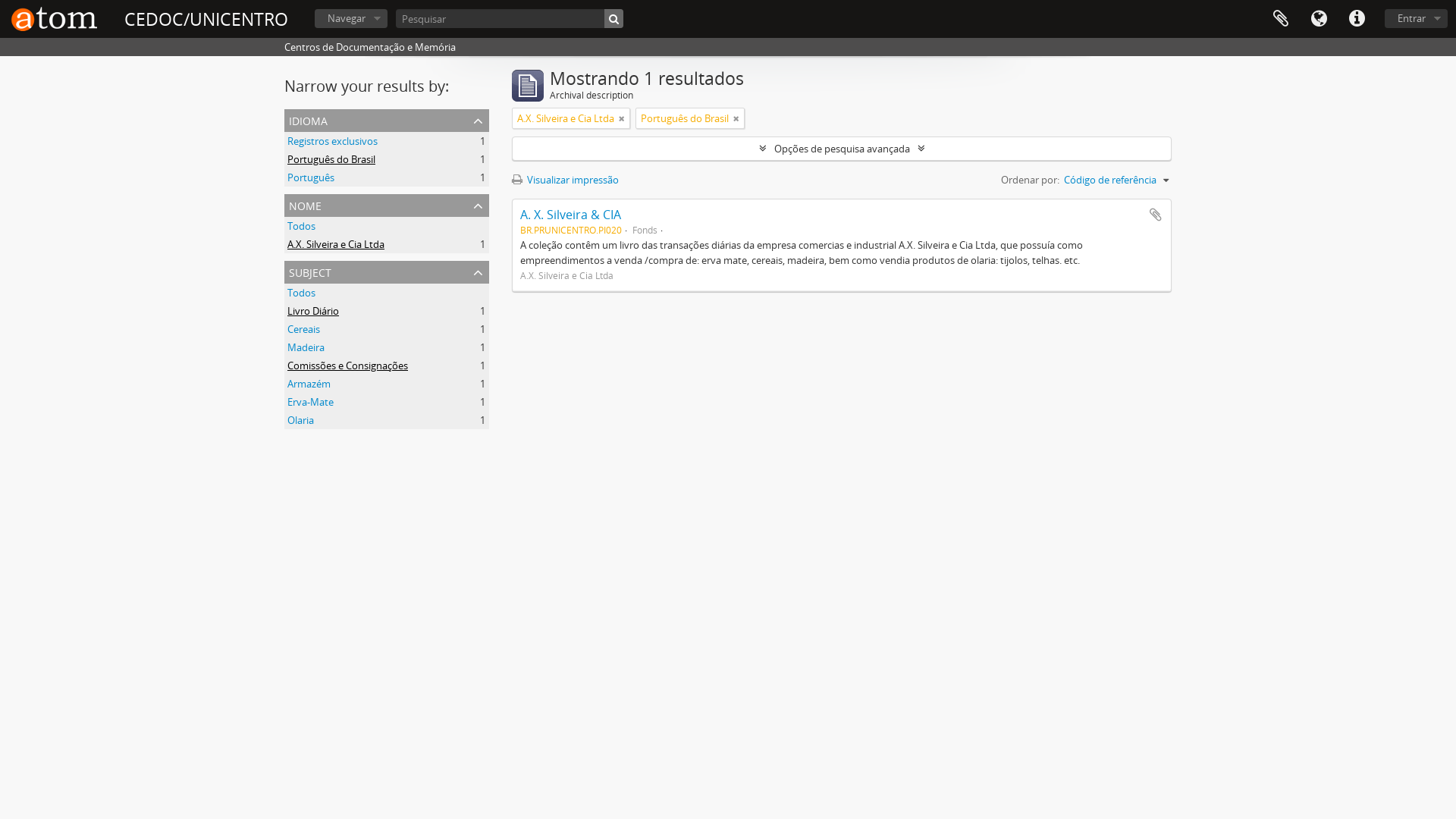  I want to click on 'Olaria', so click(300, 420).